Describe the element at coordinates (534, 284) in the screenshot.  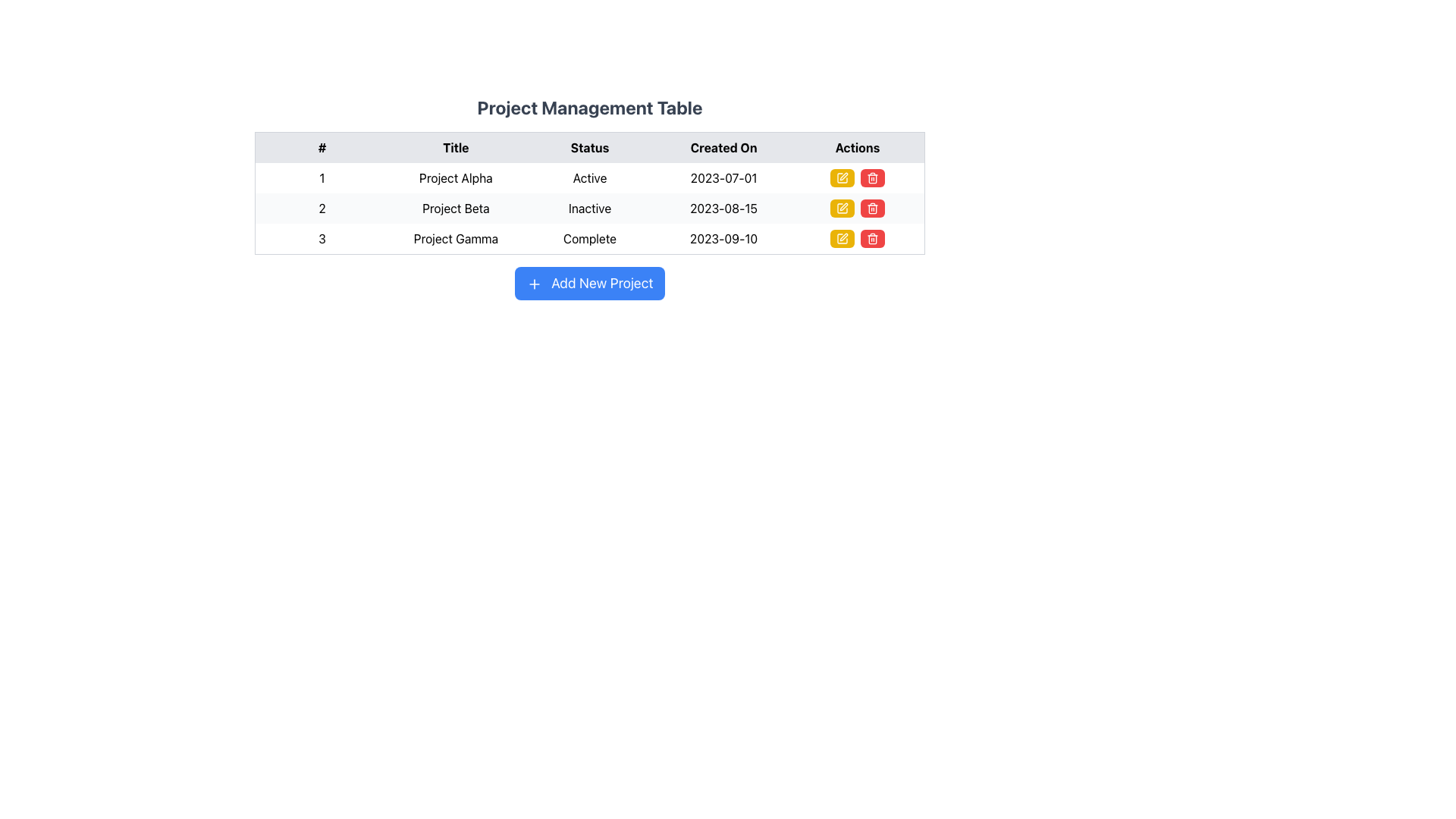
I see `the icon on the left portion of the 'Add New Project' button, which is visually distinct due to its solid blue color and rounded edges` at that location.